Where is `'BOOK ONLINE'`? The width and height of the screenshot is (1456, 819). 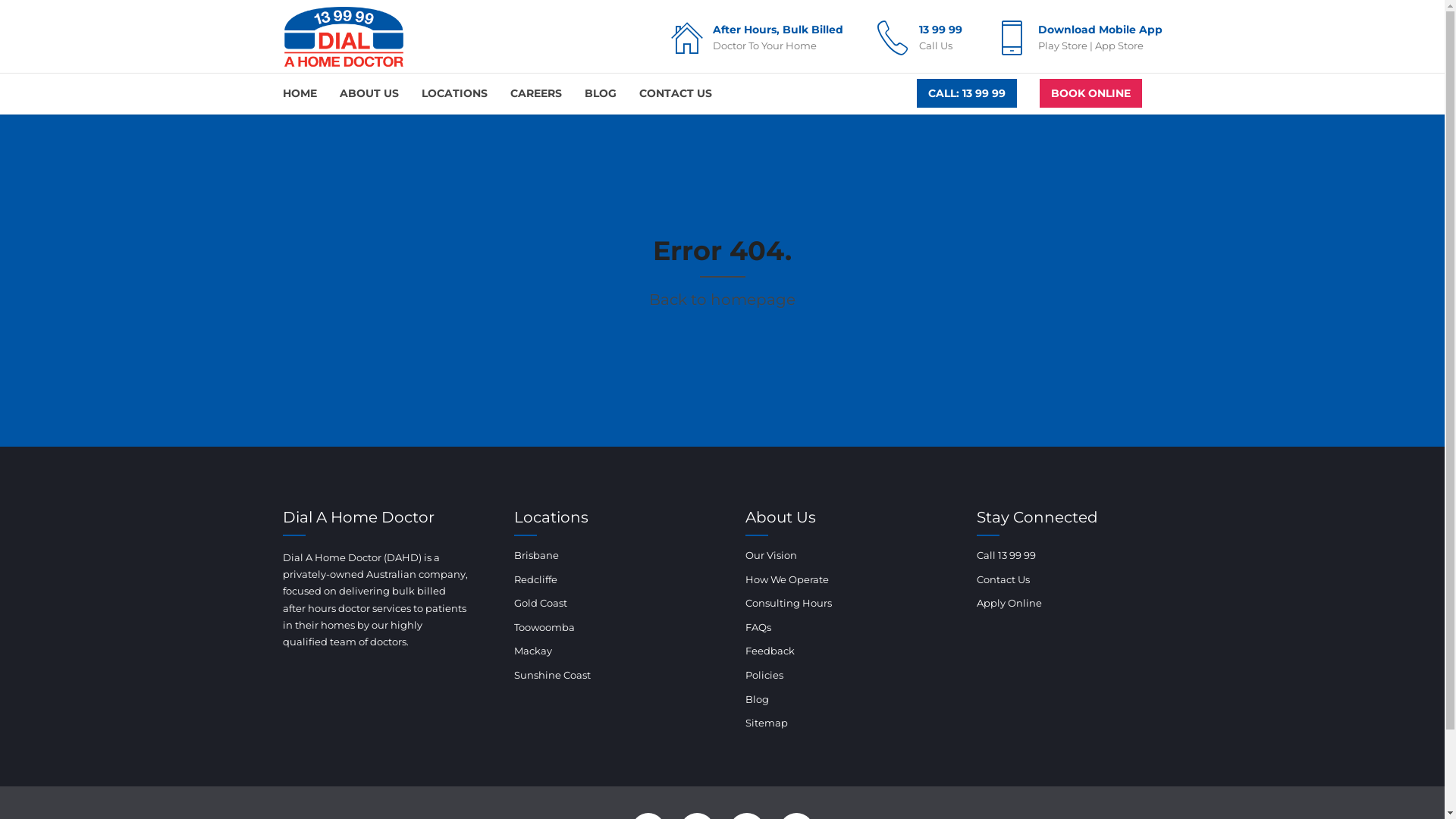 'BOOK ONLINE' is located at coordinates (1089, 93).